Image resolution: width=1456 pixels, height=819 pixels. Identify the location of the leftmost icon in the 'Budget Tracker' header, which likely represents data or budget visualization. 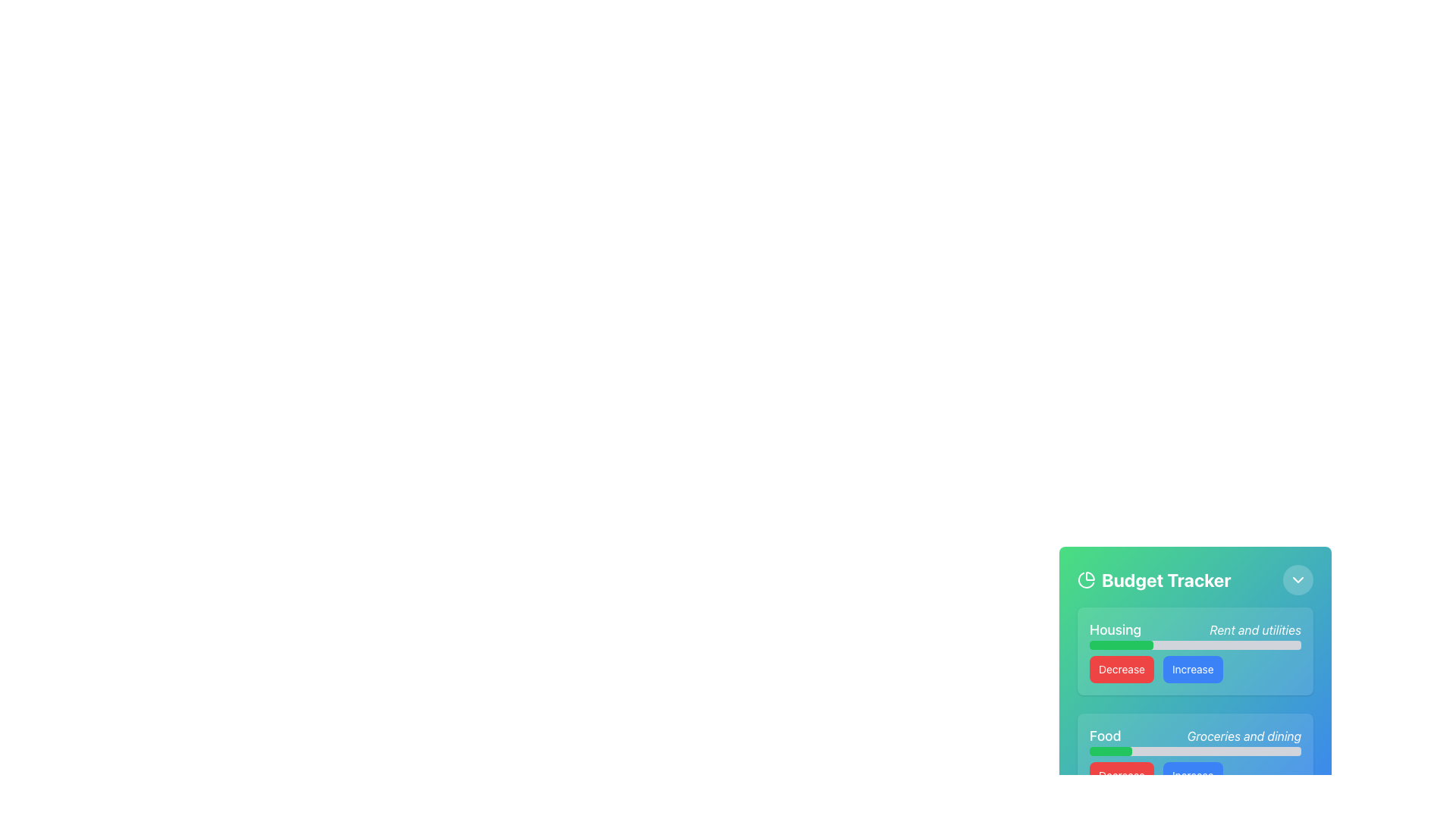
(1086, 579).